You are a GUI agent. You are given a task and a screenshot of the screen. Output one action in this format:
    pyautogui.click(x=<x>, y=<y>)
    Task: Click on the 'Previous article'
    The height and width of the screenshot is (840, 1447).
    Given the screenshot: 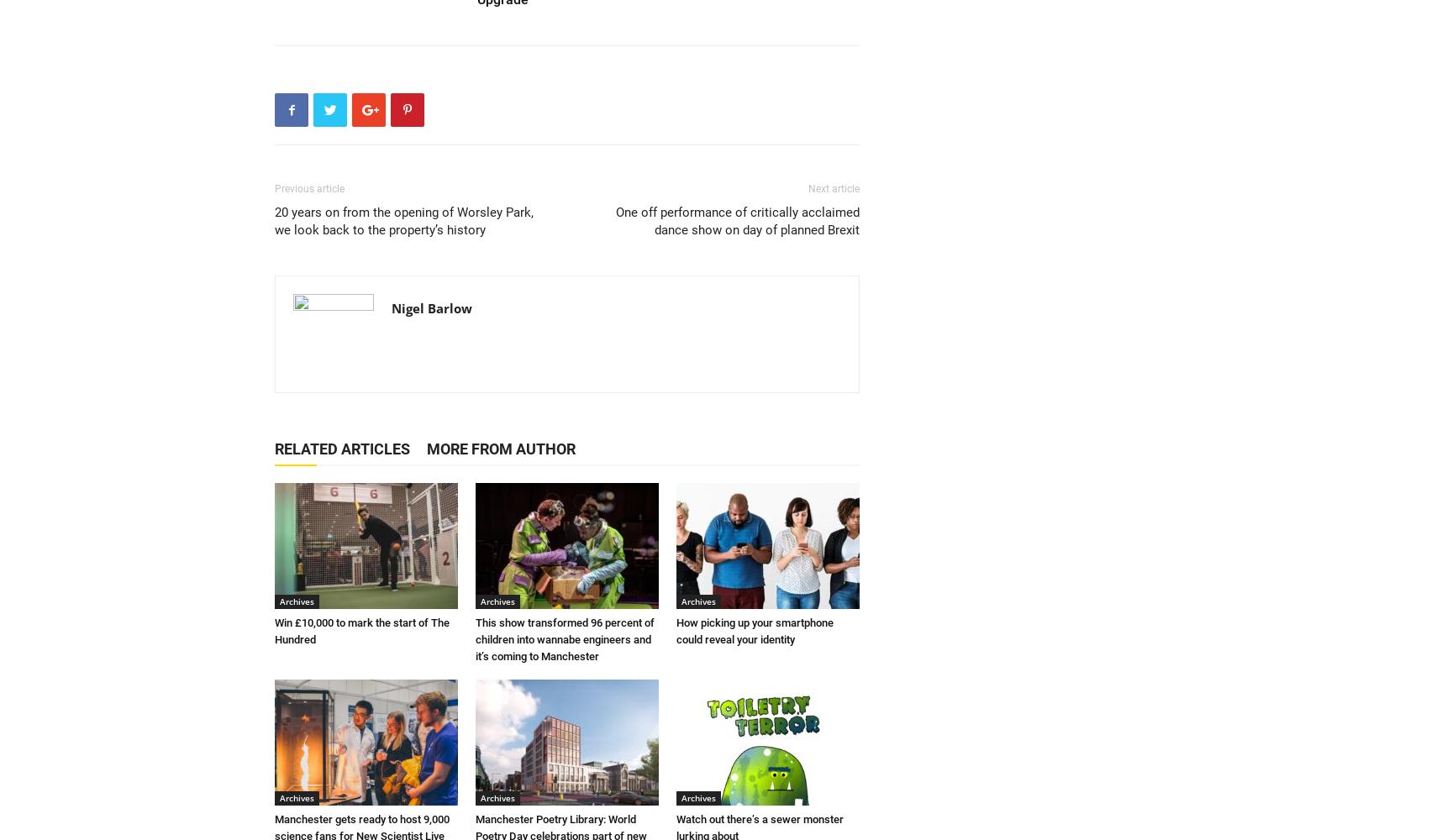 What is the action you would take?
    pyautogui.click(x=274, y=188)
    